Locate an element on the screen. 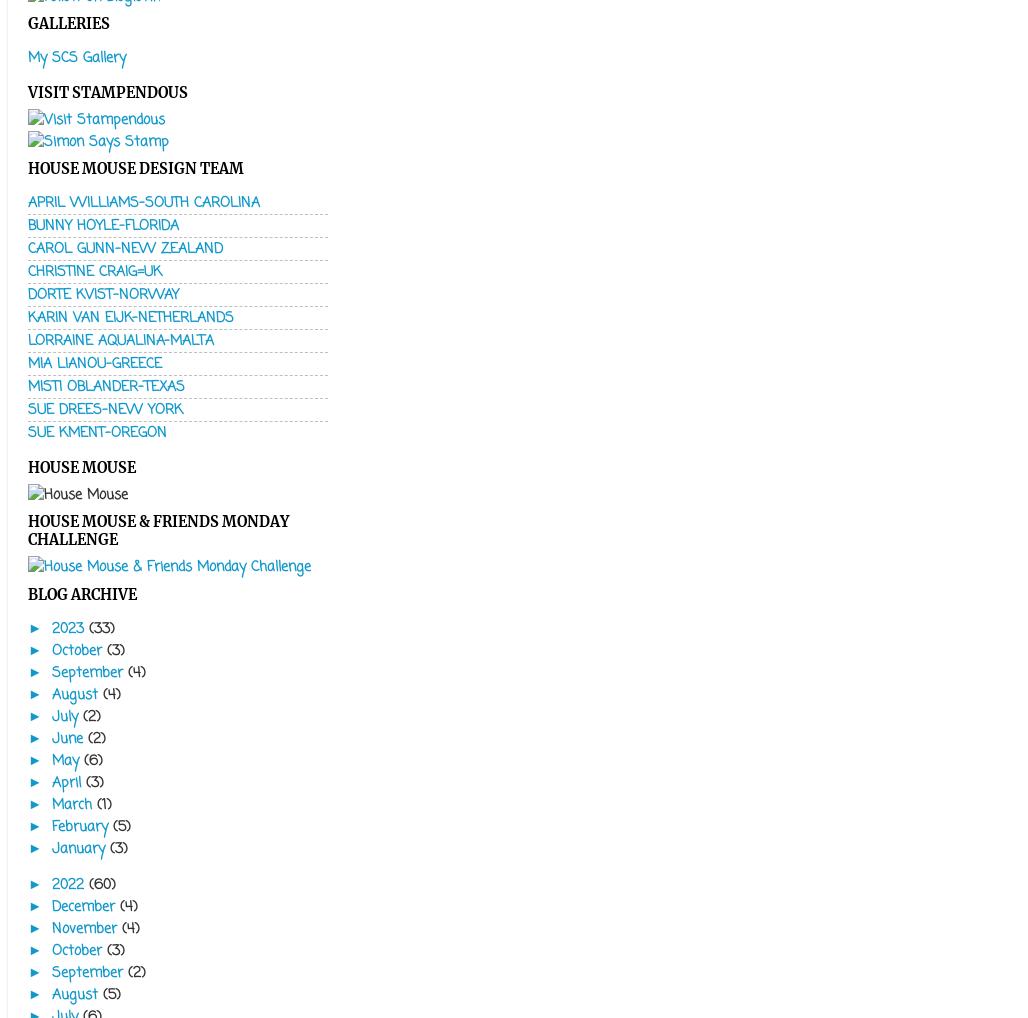 The height and width of the screenshot is (1018, 1028). '(60)' is located at coordinates (101, 885).